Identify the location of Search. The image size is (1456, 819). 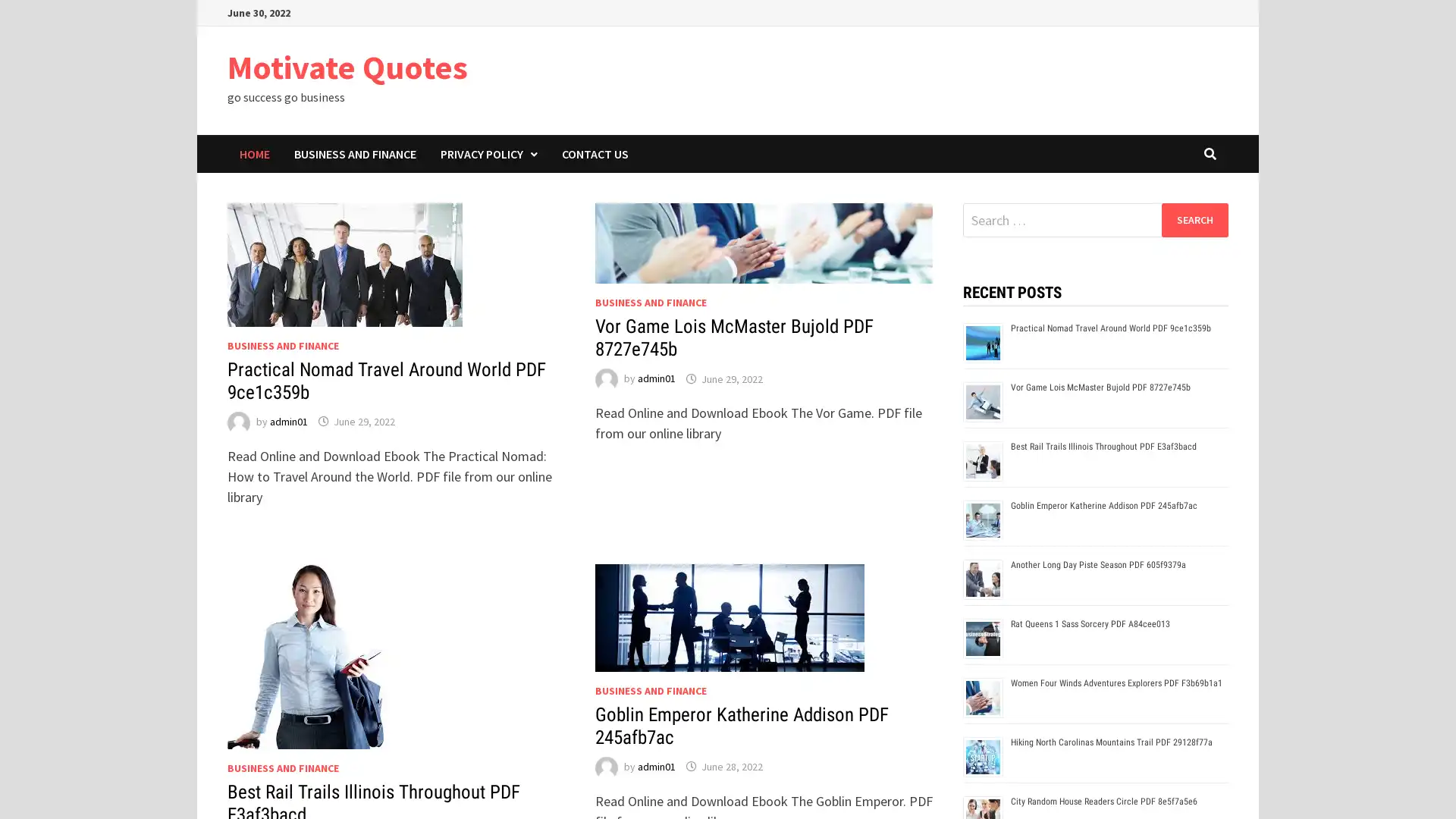
(1194, 219).